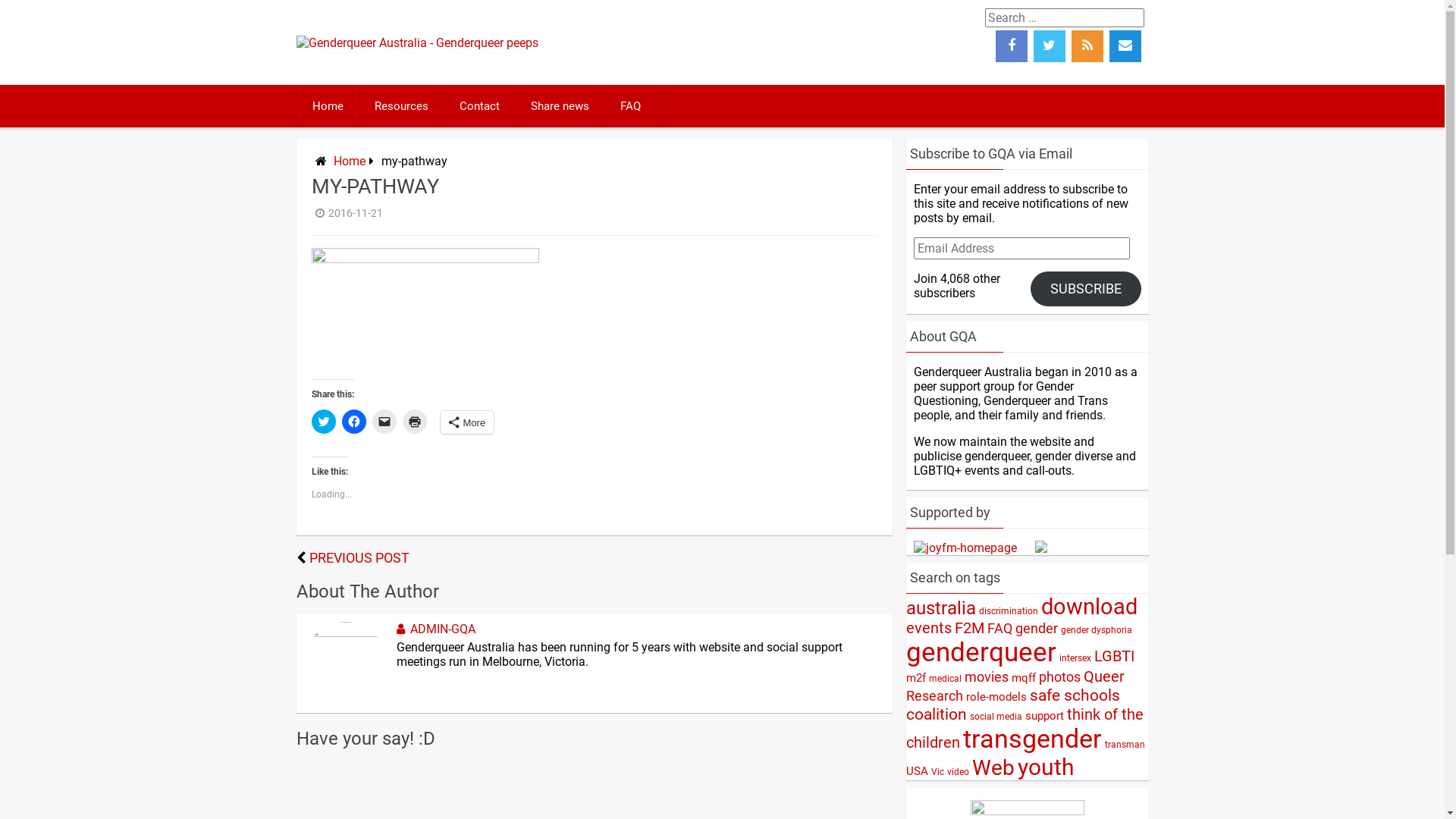 This screenshot has height=819, width=1456. Describe the element at coordinates (986, 676) in the screenshot. I see `'movies'` at that location.